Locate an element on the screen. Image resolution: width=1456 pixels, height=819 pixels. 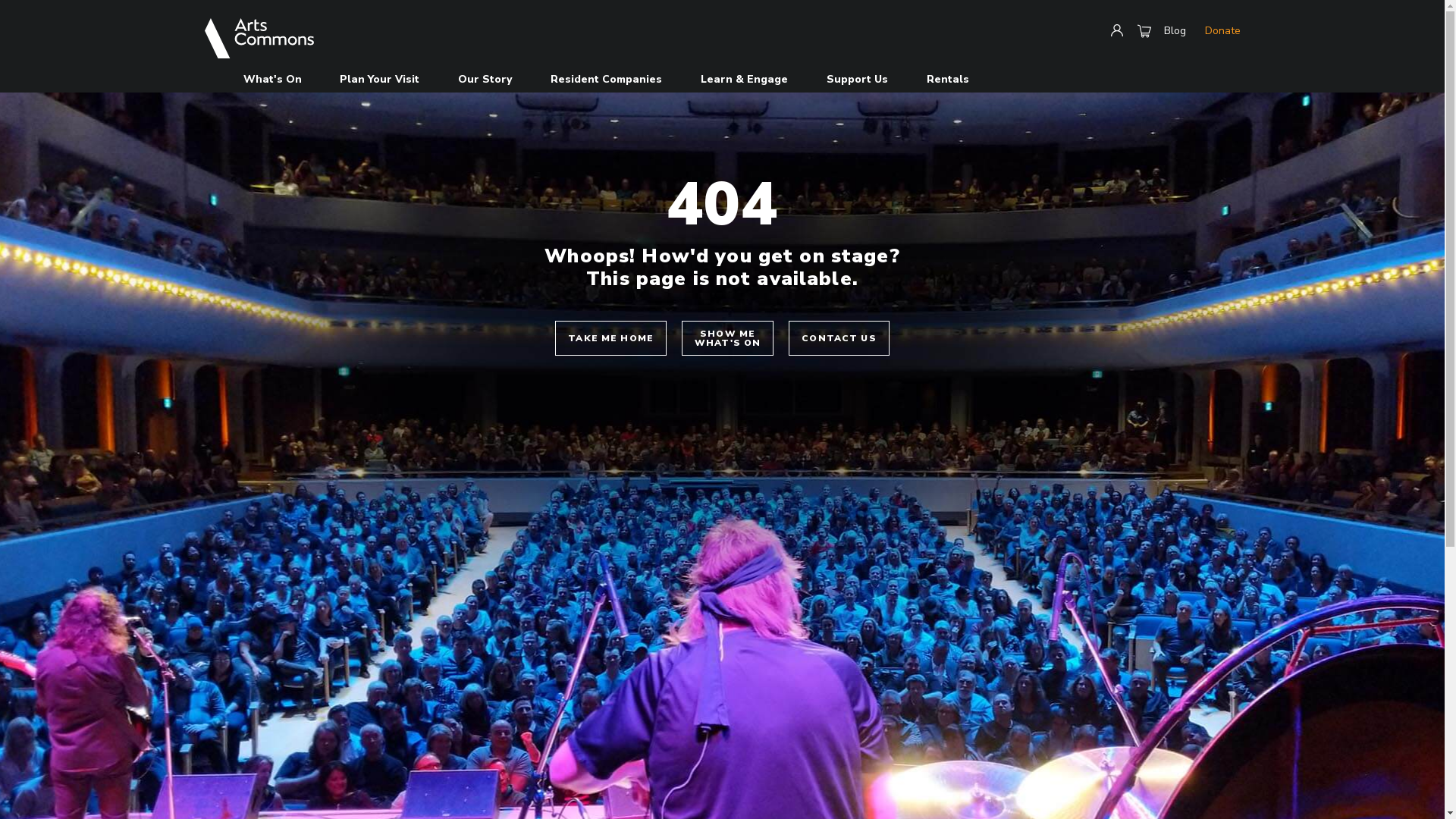
'Donate' is located at coordinates (1222, 31).